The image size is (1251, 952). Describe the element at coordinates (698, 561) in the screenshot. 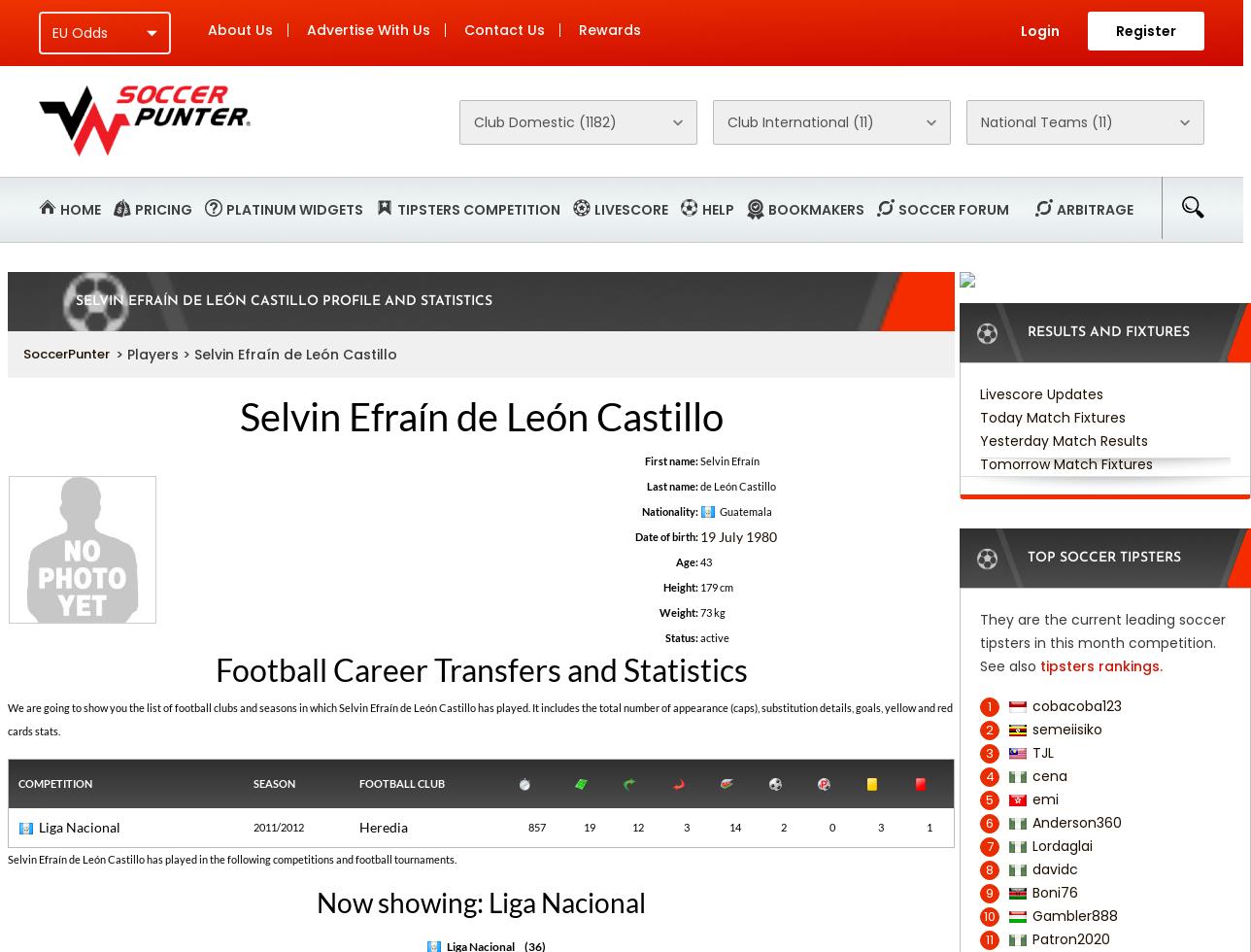

I see `'43'` at that location.